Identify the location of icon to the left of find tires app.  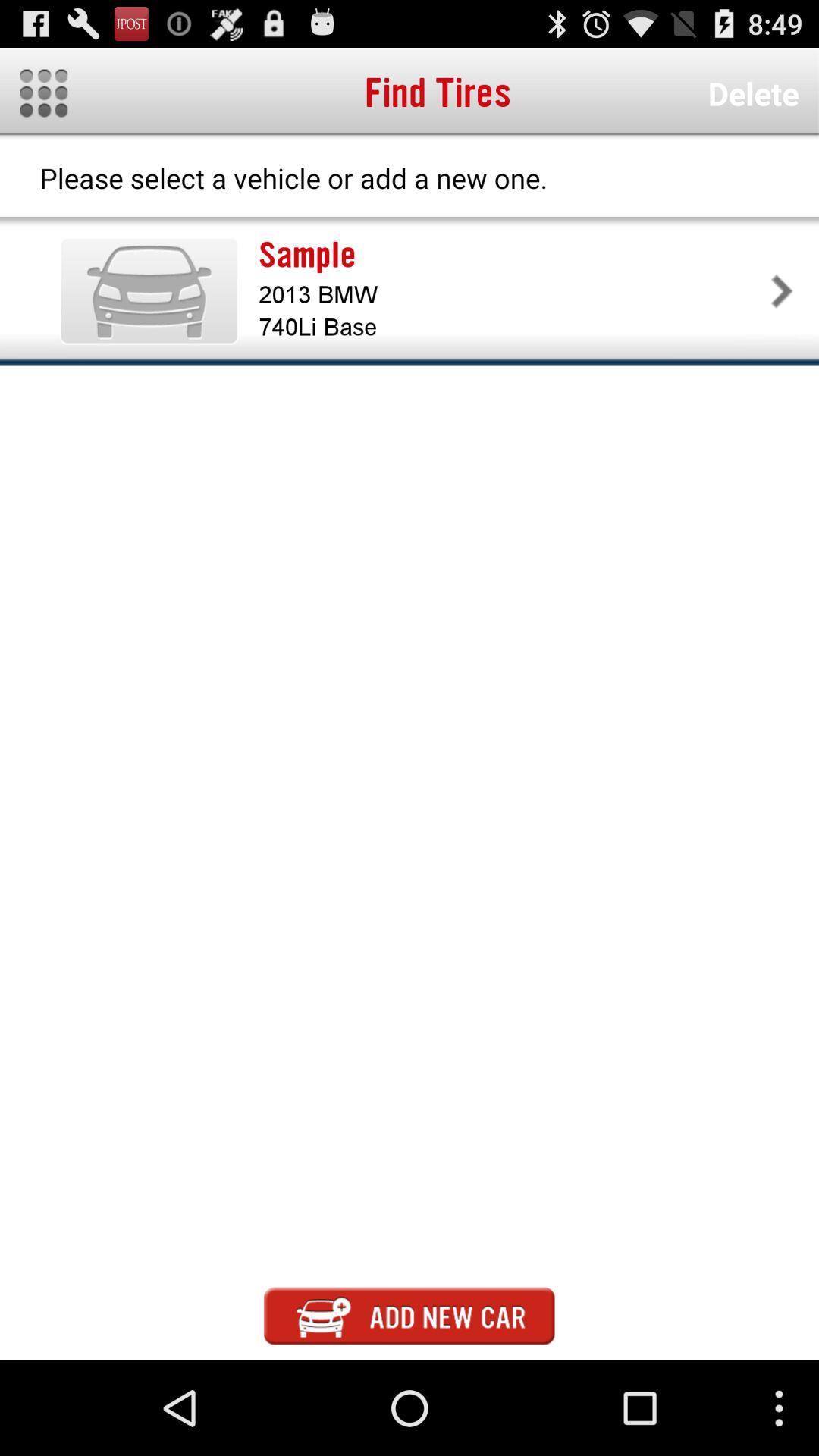
(42, 93).